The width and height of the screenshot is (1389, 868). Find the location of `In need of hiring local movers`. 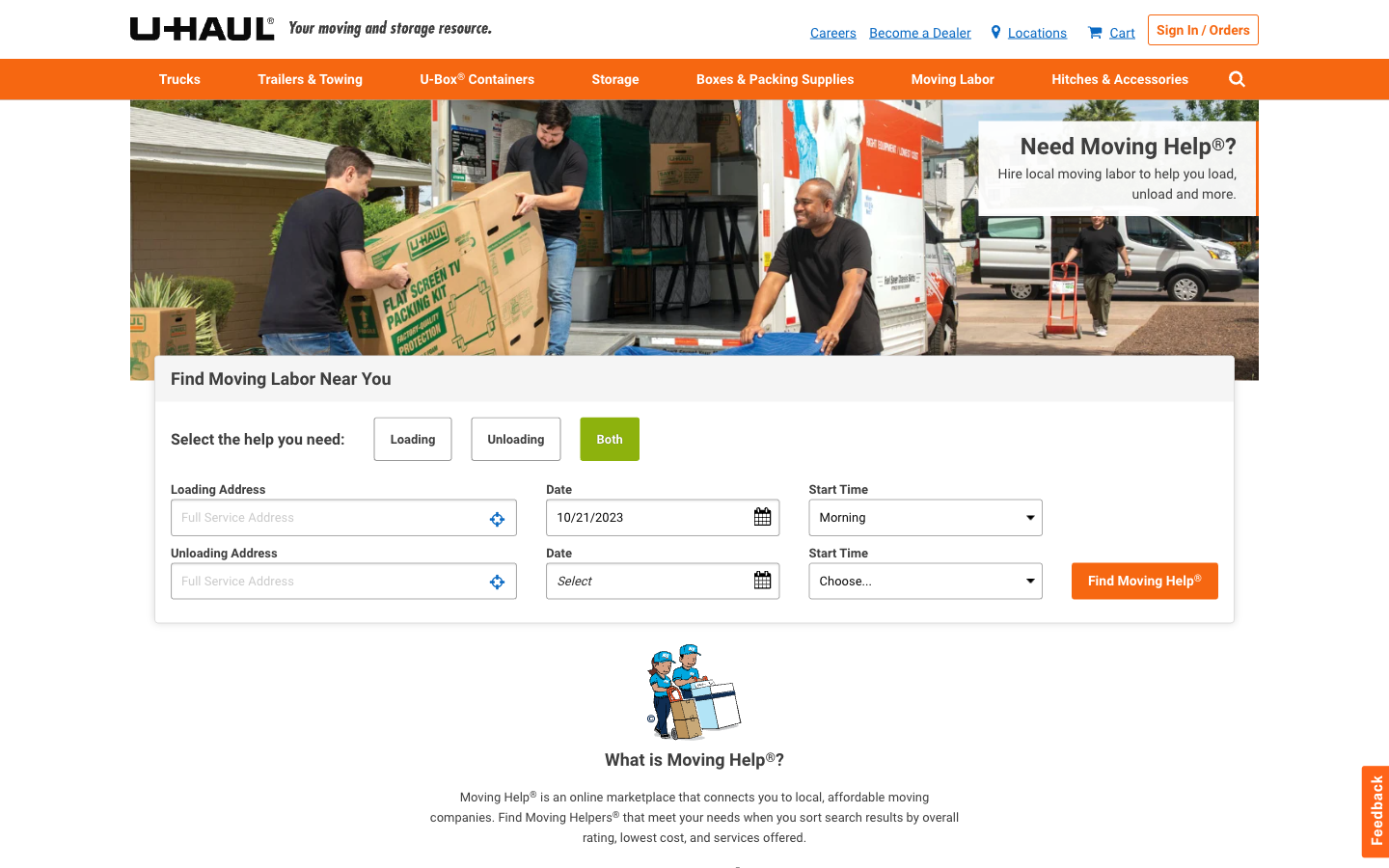

In need of hiring local movers is located at coordinates (1085, 176).